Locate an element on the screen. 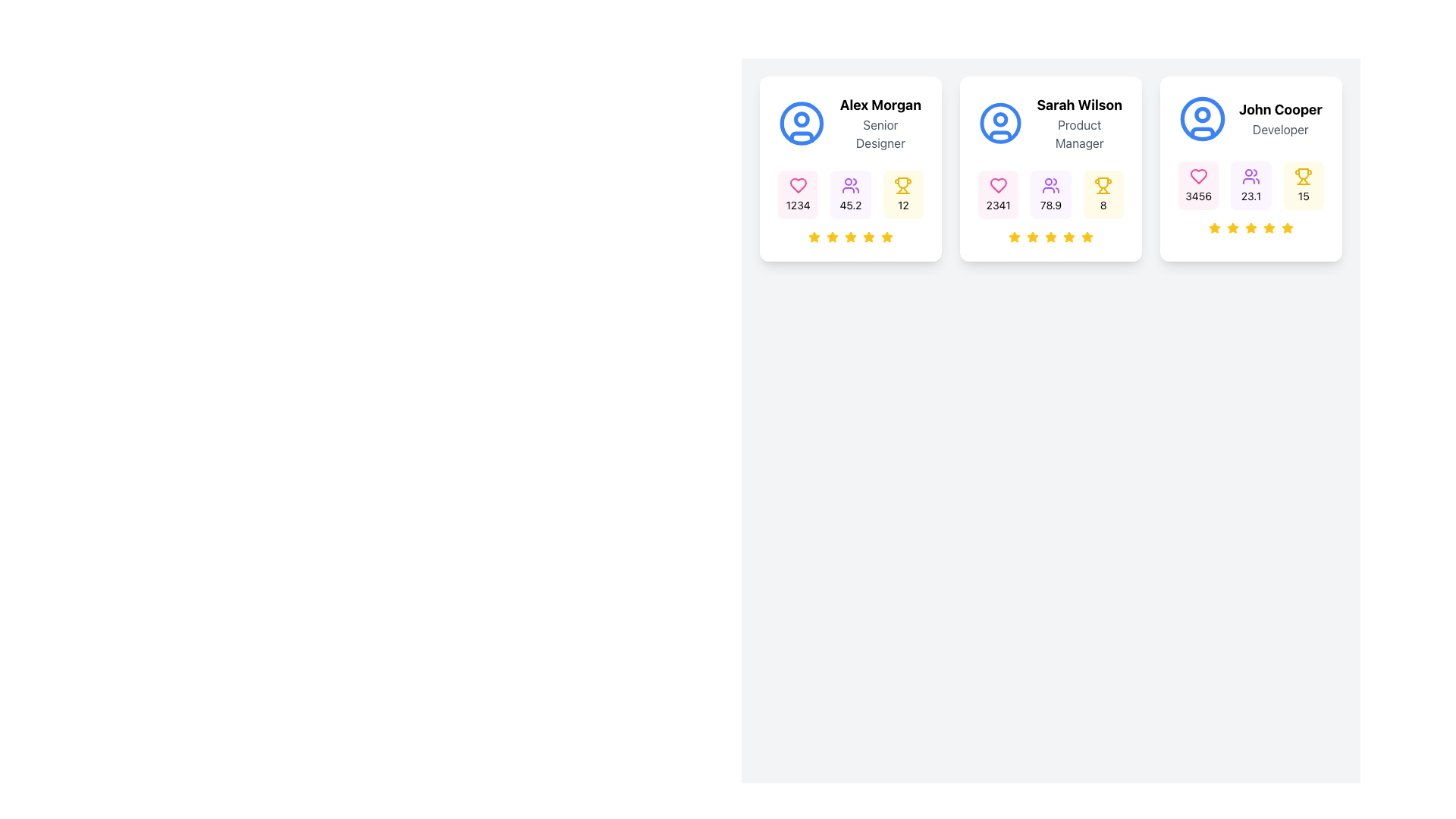  the fourth star icon in the five-star rating system for 'John Cooper' is located at coordinates (1251, 227).